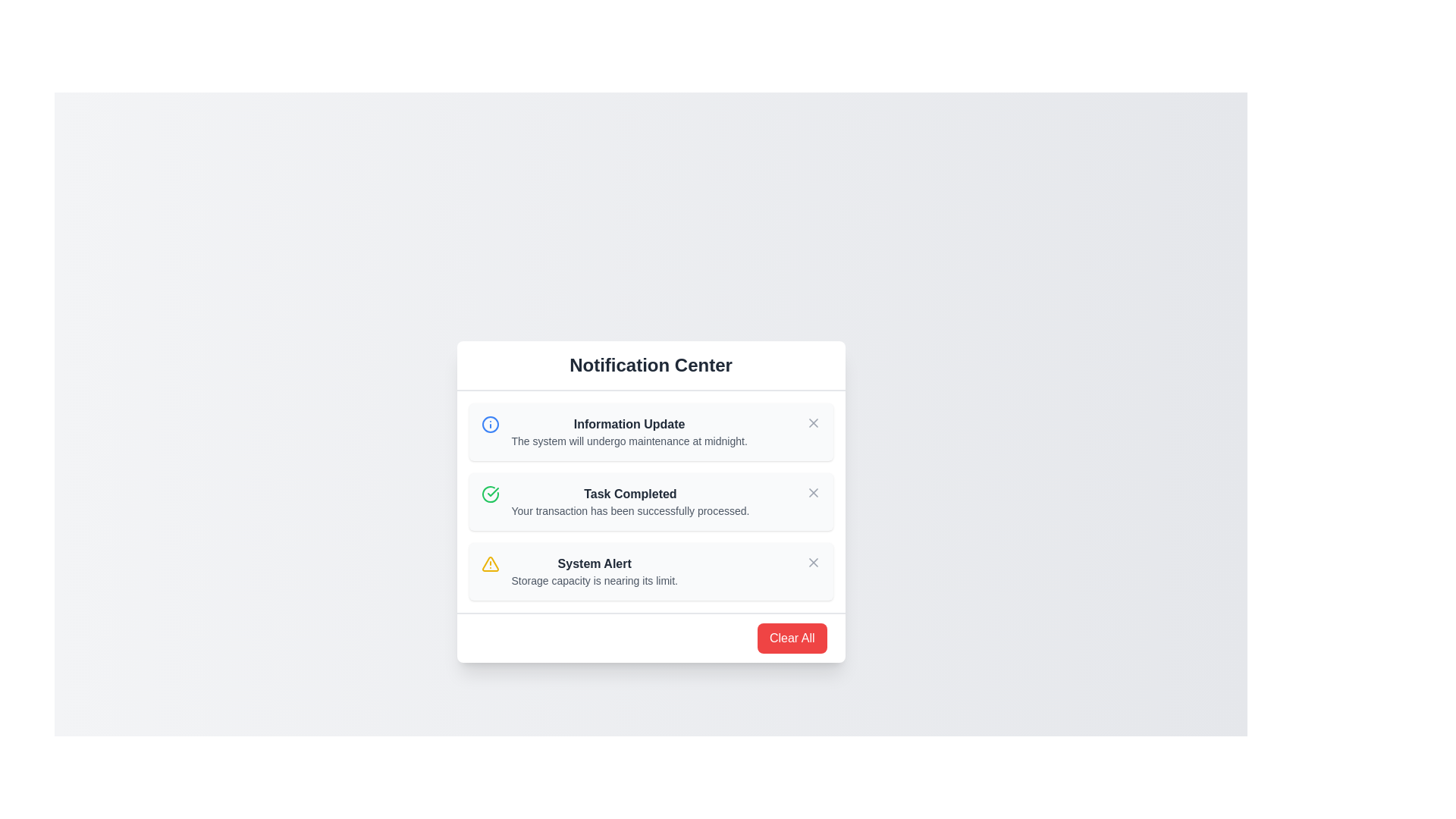 This screenshot has width=1456, height=819. What do you see at coordinates (594, 580) in the screenshot?
I see `the informational text label that conveys a warning regarding storage capacity limits, located beneath the 'System Alert' title in the notification card` at bounding box center [594, 580].